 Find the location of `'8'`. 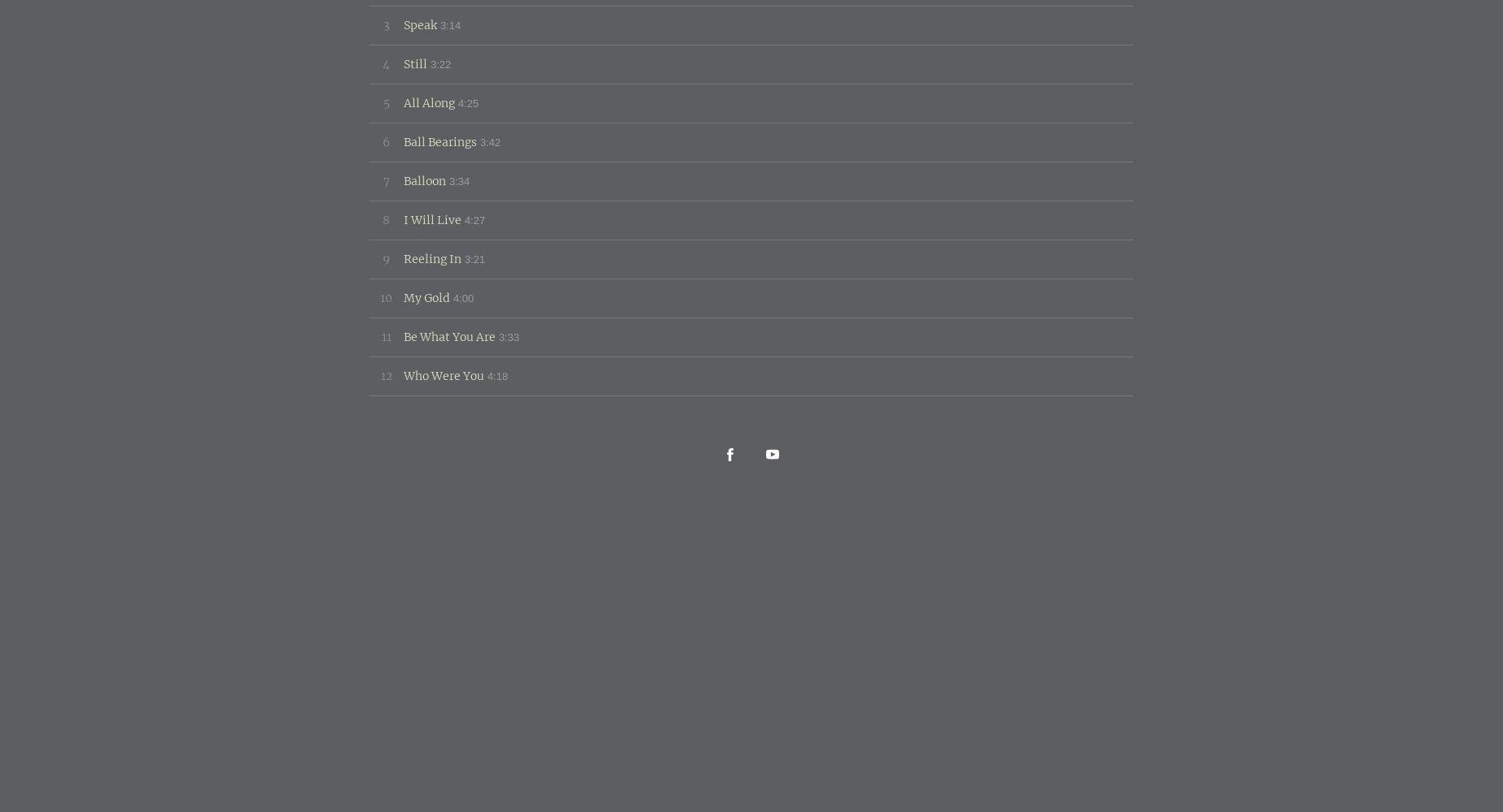

'8' is located at coordinates (386, 219).